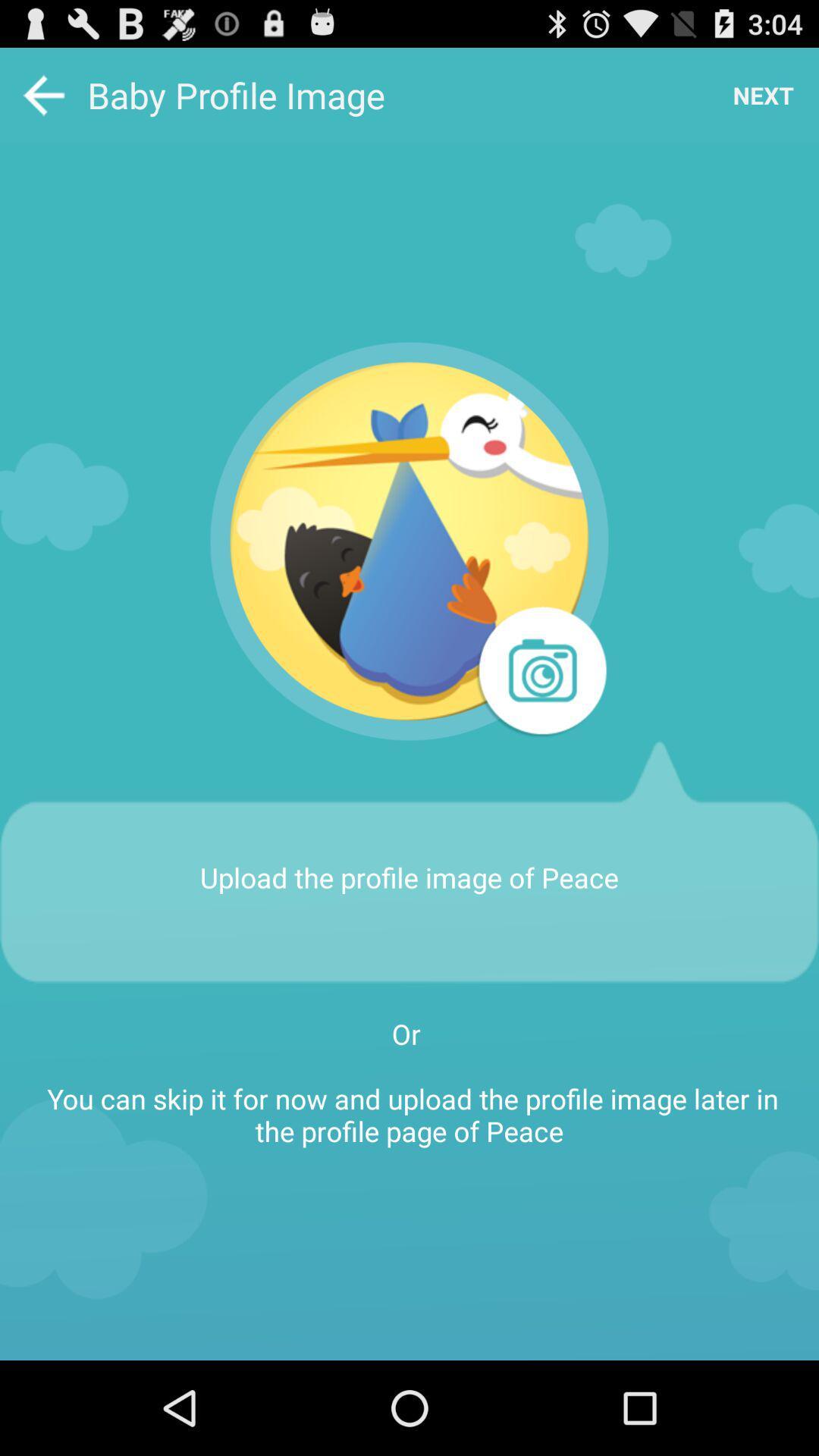 The image size is (819, 1456). Describe the element at coordinates (763, 94) in the screenshot. I see `the icon at the top right corner` at that location.